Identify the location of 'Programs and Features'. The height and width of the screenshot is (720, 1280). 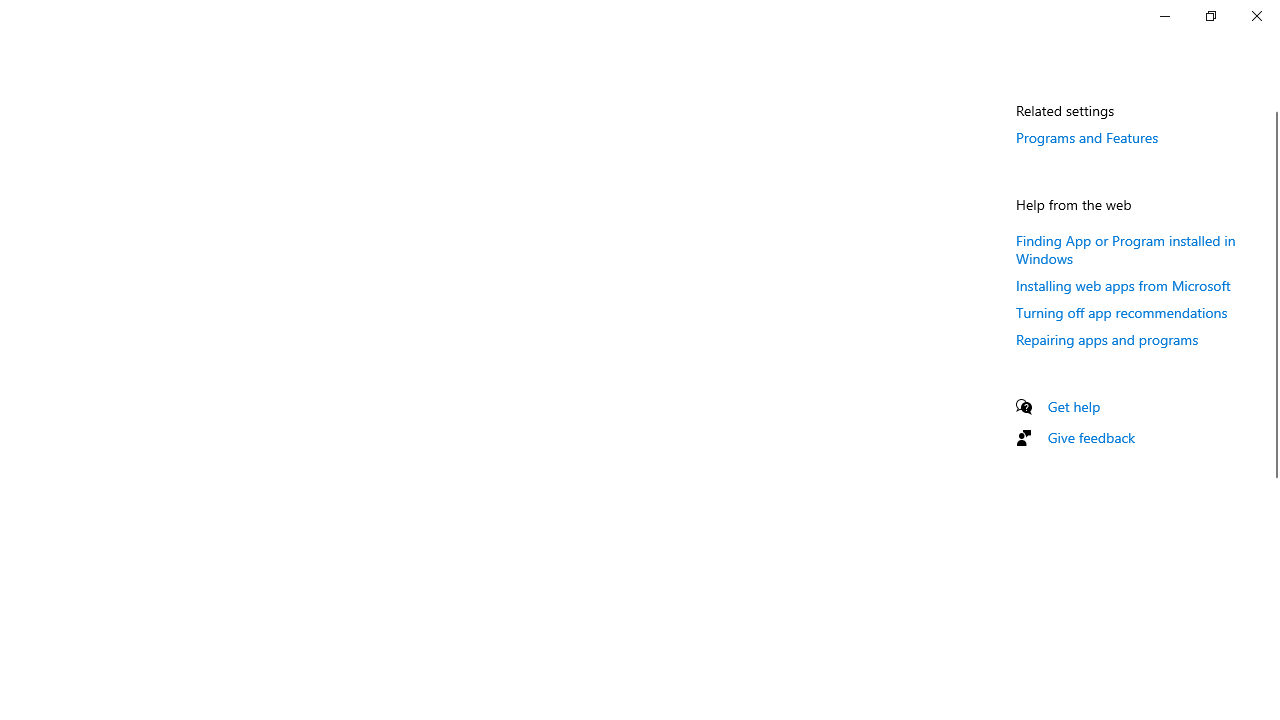
(1086, 136).